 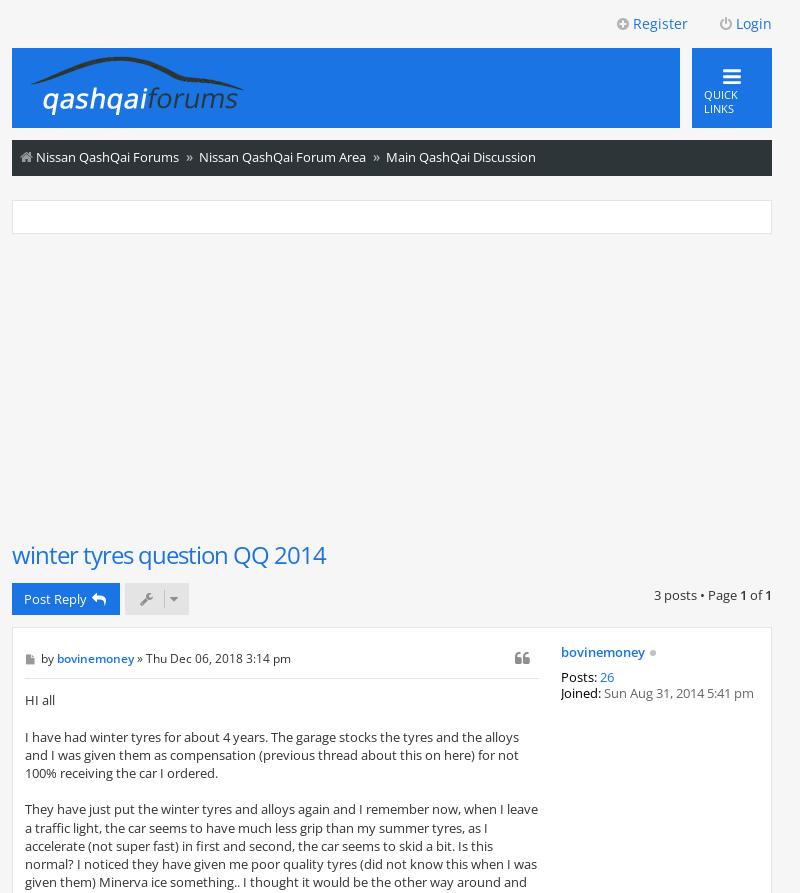 I want to click on 'by', so click(x=47, y=657).